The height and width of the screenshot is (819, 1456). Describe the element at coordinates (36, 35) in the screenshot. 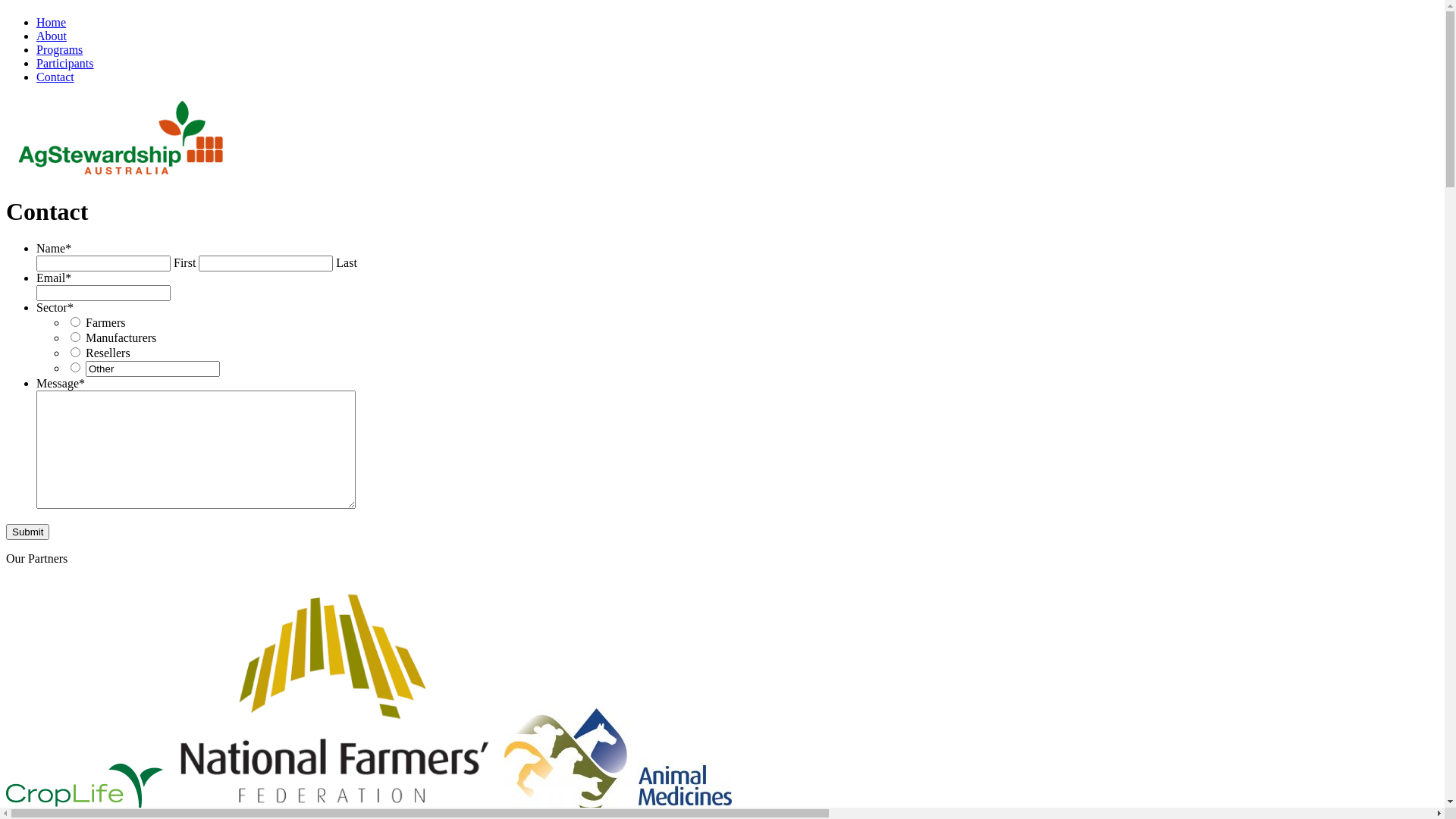

I see `'About'` at that location.